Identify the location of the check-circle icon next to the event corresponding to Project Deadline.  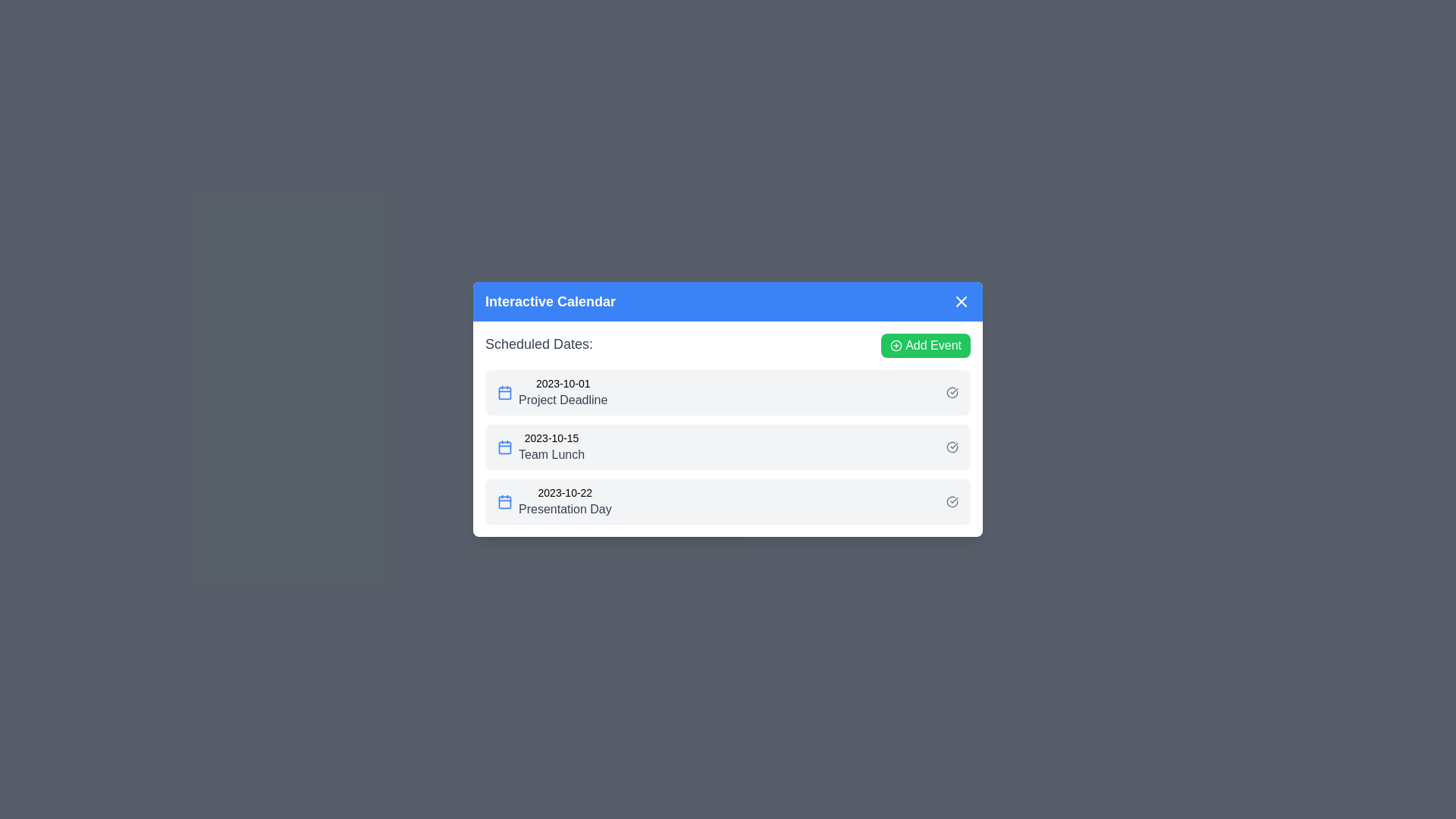
(952, 391).